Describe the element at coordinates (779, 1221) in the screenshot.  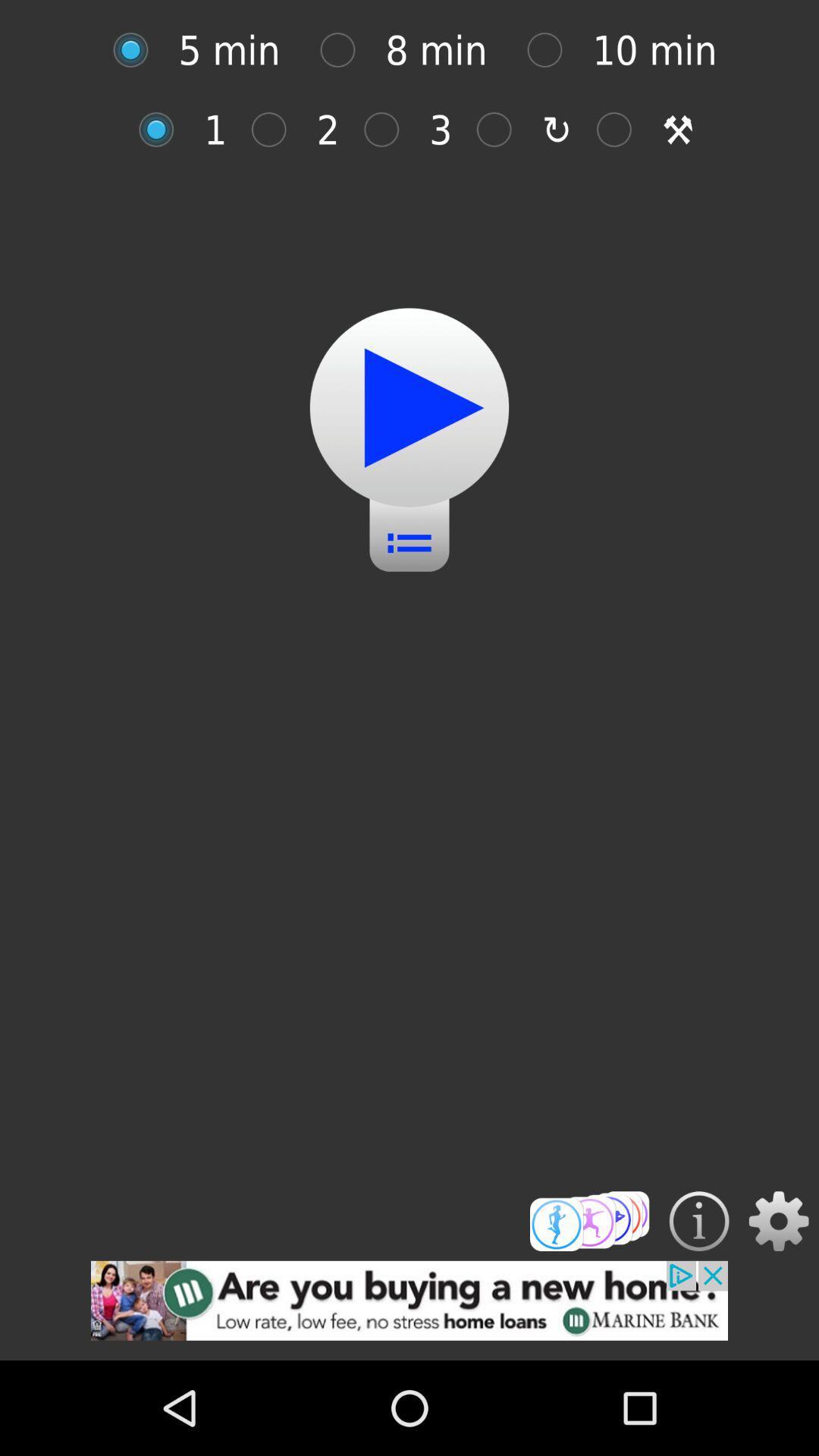
I see `setting` at that location.